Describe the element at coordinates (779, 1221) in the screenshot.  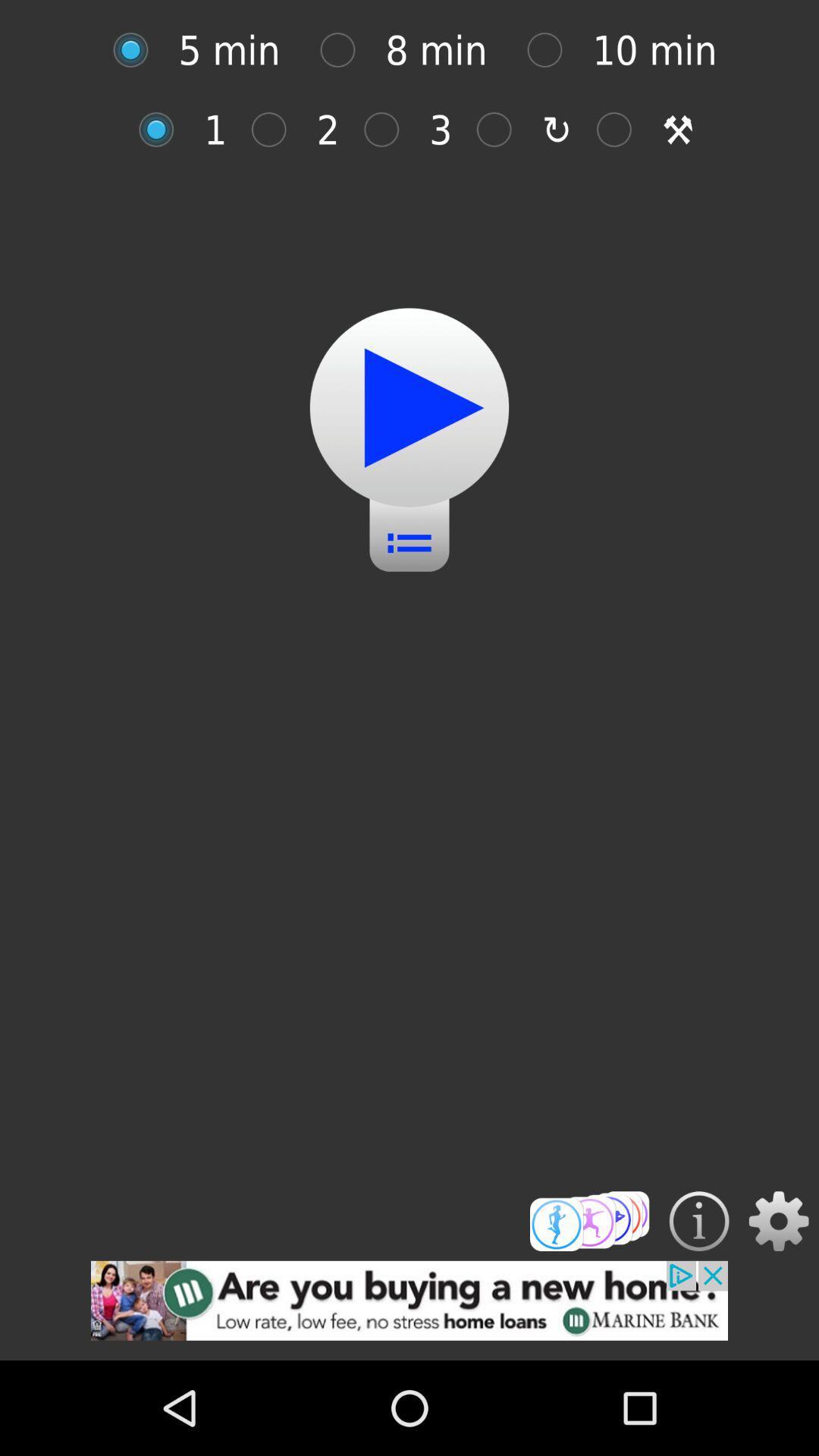
I see `setting` at that location.